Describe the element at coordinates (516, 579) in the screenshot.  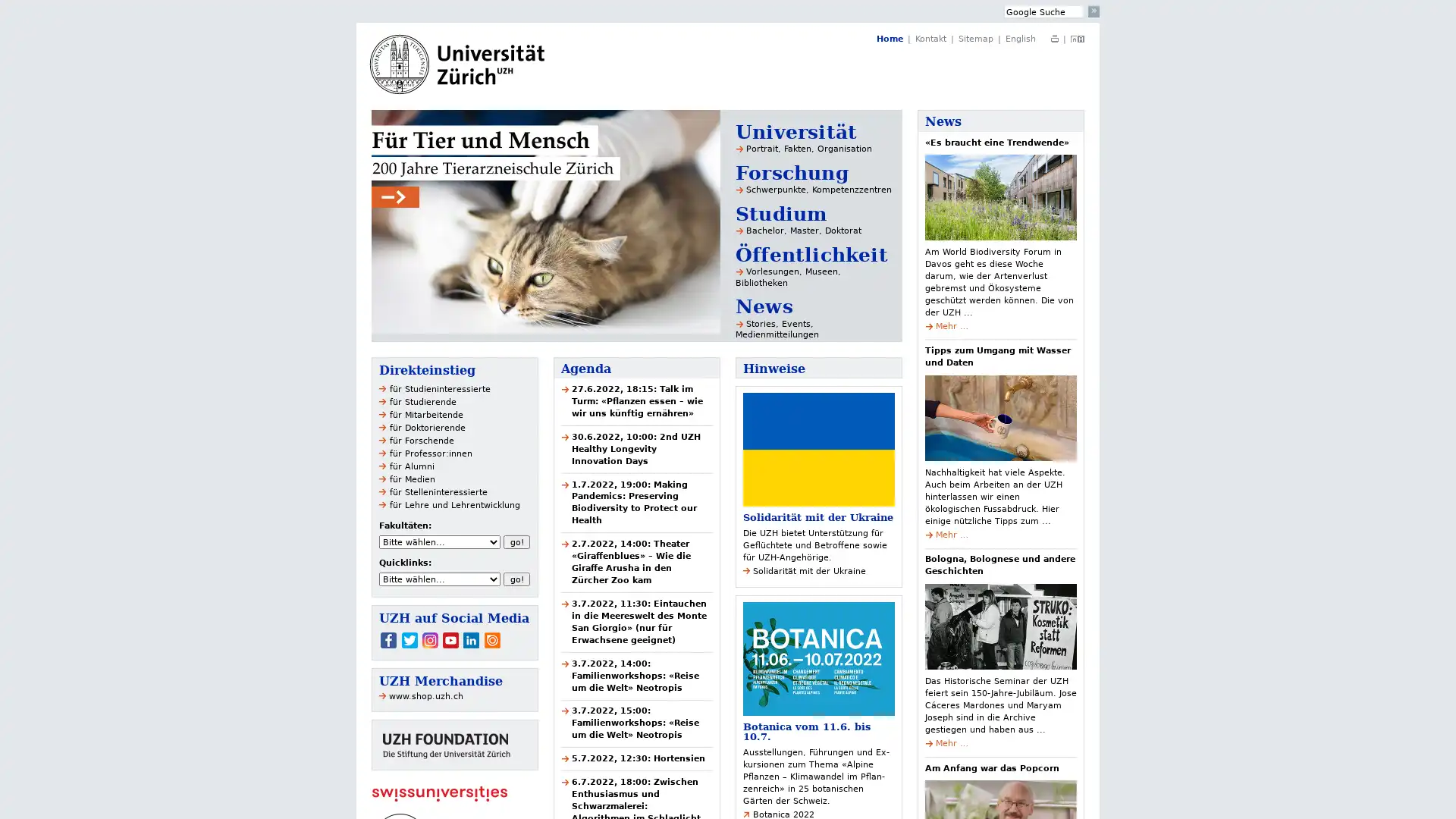
I see `go!` at that location.